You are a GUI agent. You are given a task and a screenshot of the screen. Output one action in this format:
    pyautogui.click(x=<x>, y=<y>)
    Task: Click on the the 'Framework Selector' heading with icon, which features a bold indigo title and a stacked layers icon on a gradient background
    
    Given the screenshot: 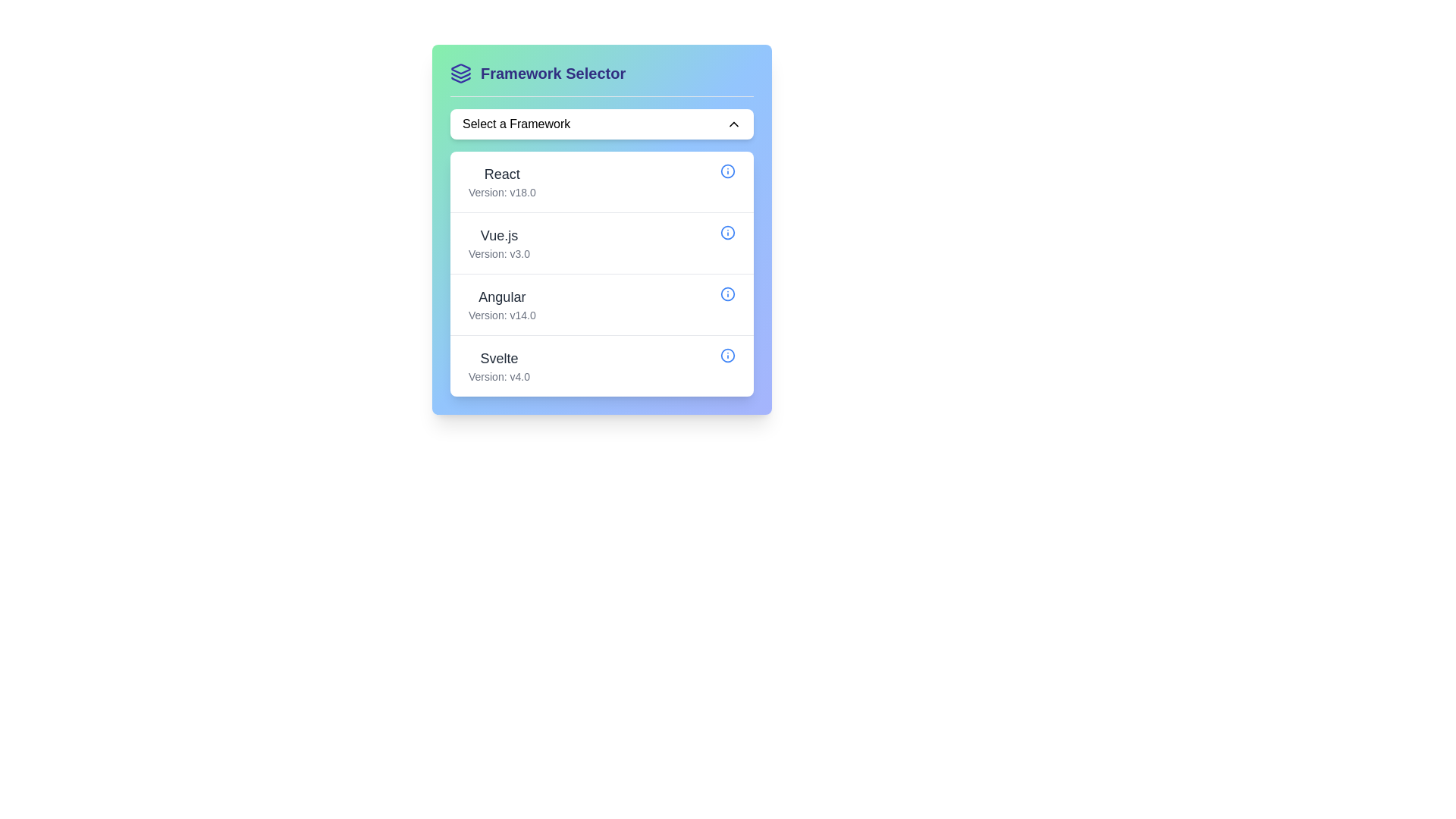 What is the action you would take?
    pyautogui.click(x=601, y=80)
    